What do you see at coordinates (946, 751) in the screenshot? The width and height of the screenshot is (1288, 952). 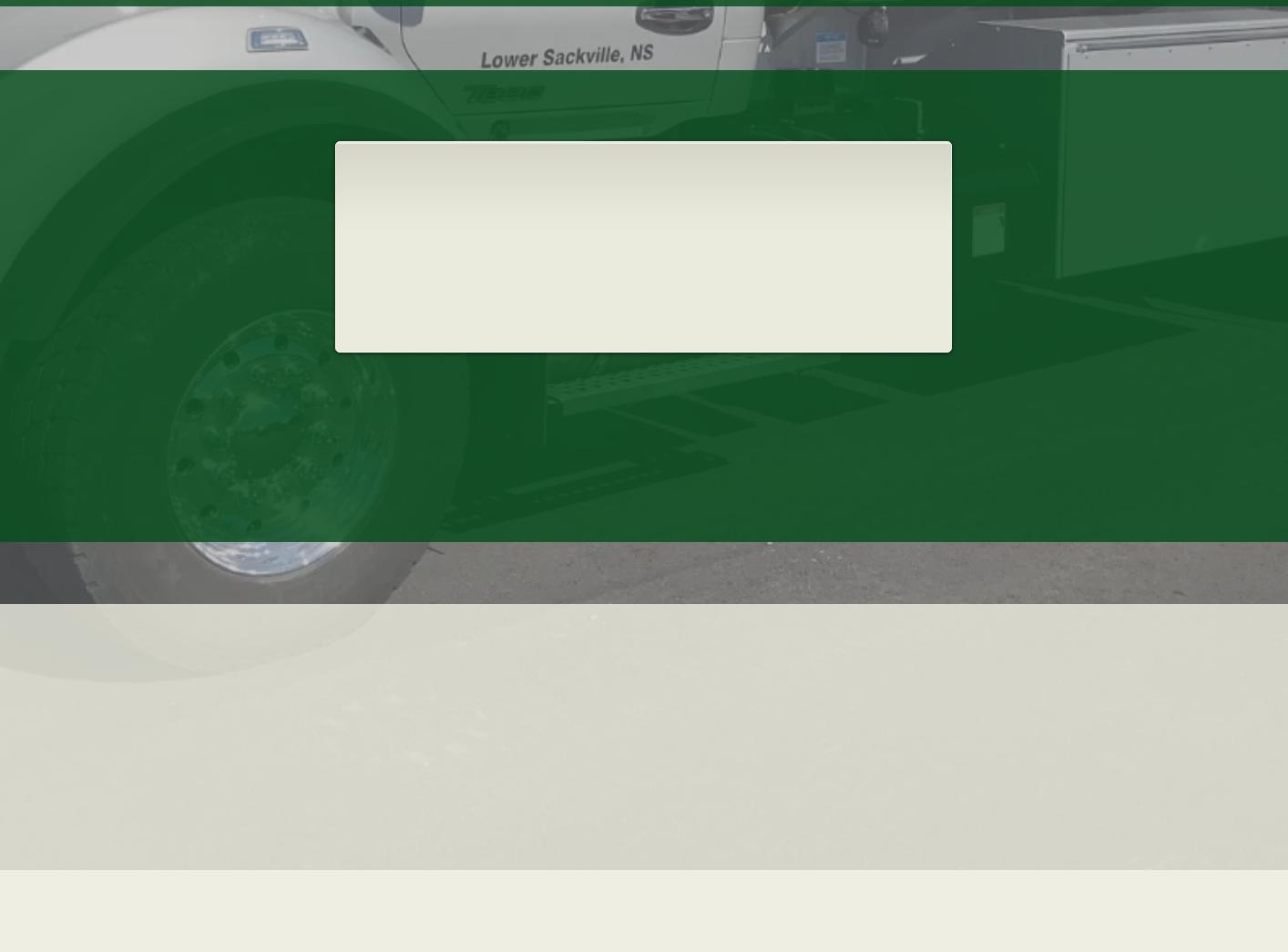 I see `'Goodwood - Prospect Bay'` at bounding box center [946, 751].